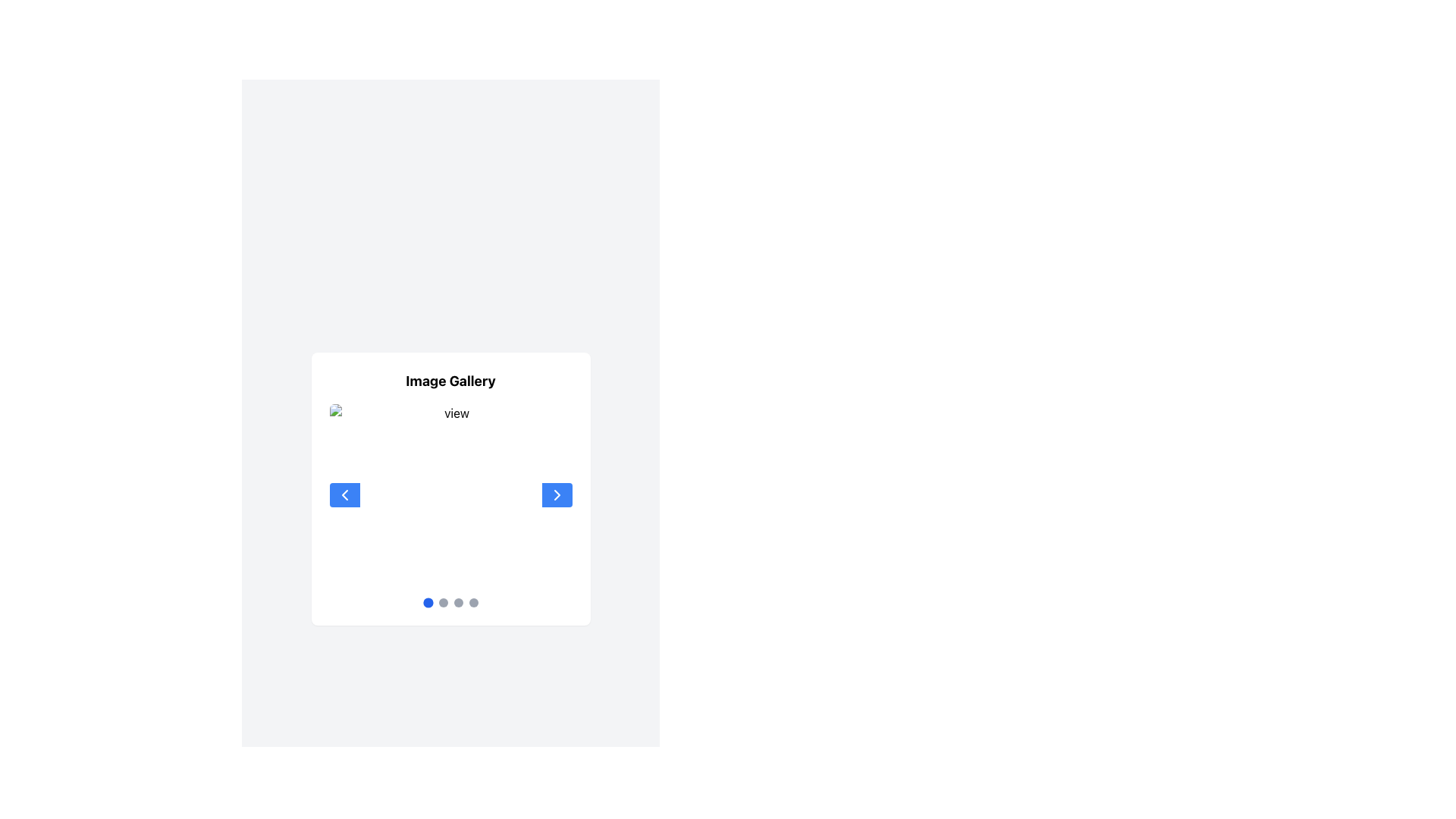 The height and width of the screenshot is (819, 1456). What do you see at coordinates (344, 494) in the screenshot?
I see `the 'previous' navigation icon located in the center of the blue rectangular button on the left side of the gallery control interface` at bounding box center [344, 494].